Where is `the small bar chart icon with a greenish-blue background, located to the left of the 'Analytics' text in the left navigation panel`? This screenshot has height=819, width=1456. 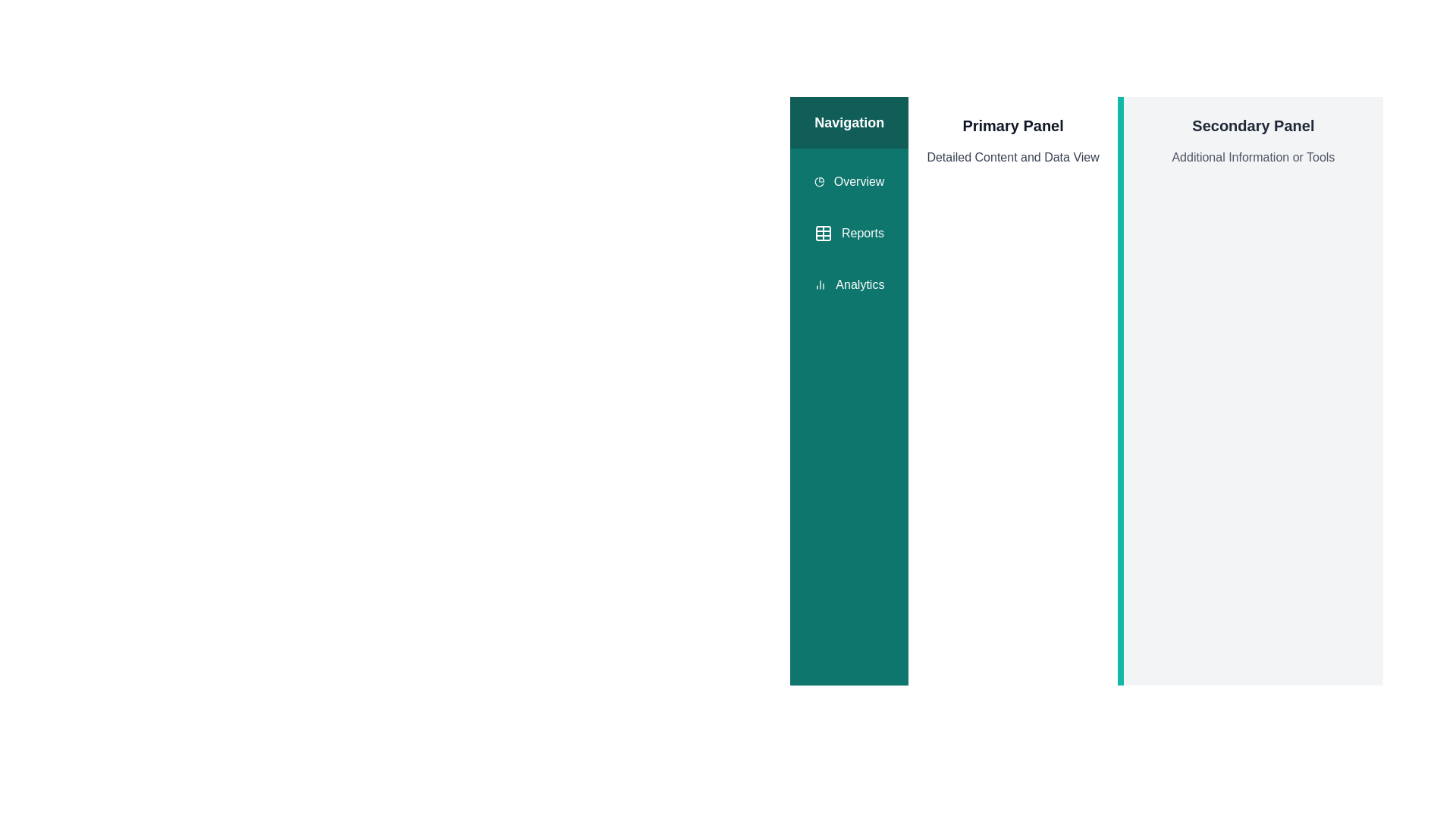 the small bar chart icon with a greenish-blue background, located to the left of the 'Analytics' text in the left navigation panel is located at coordinates (820, 284).